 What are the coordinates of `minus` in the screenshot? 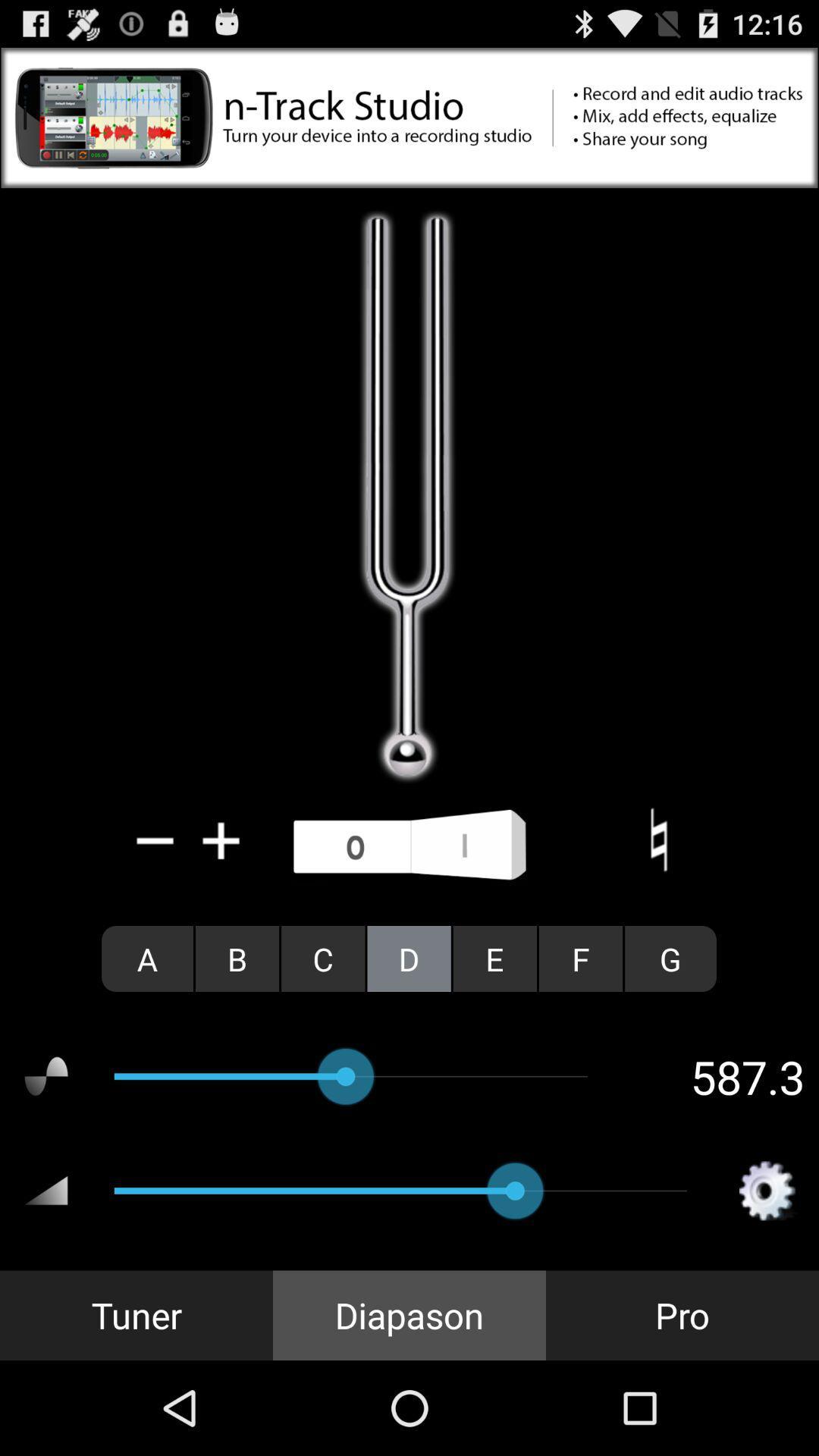 It's located at (155, 839).